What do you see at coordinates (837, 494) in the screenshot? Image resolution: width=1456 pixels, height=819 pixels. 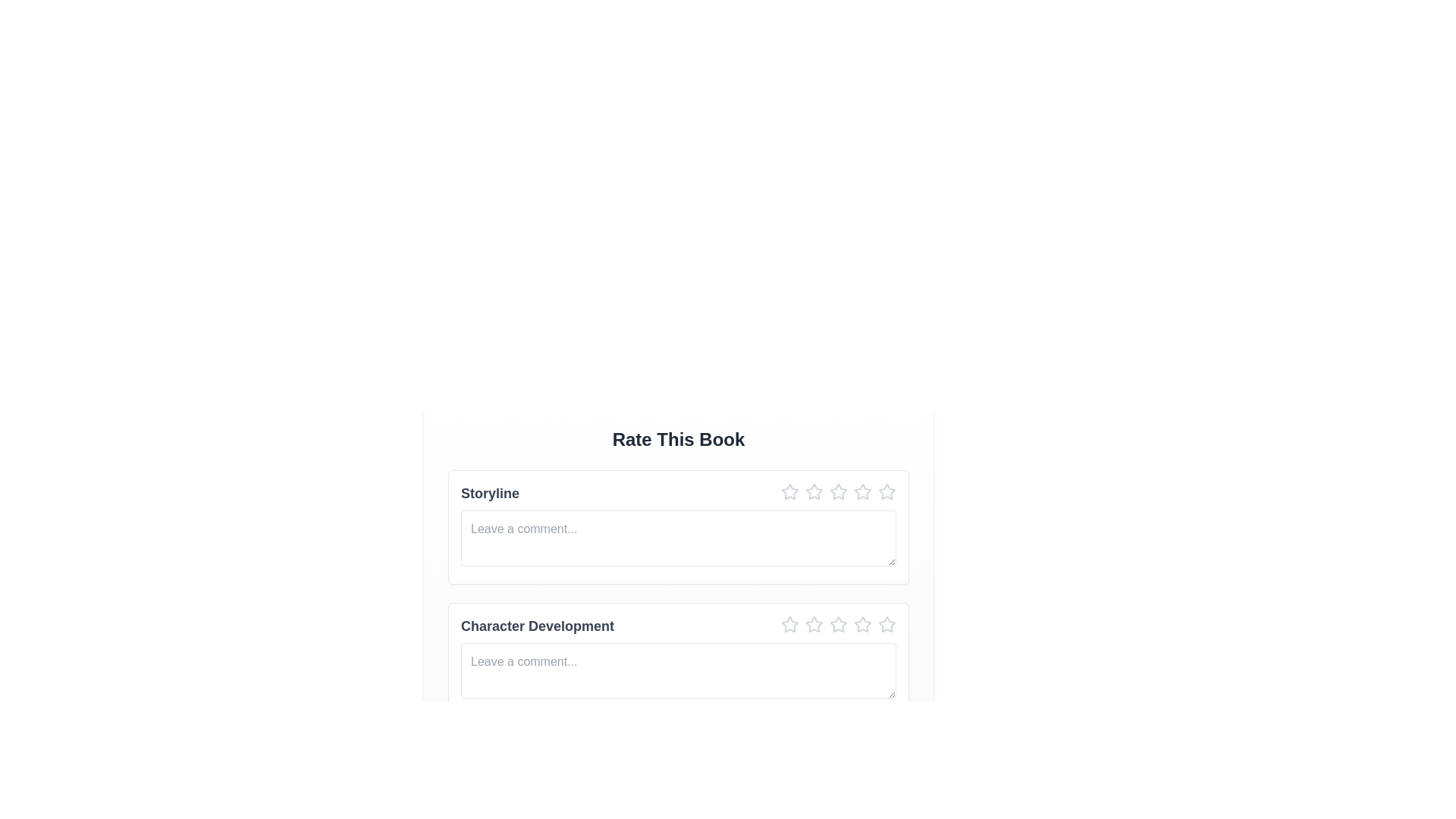 I see `the third star in the 'Storyline' rating section to rate it` at bounding box center [837, 494].